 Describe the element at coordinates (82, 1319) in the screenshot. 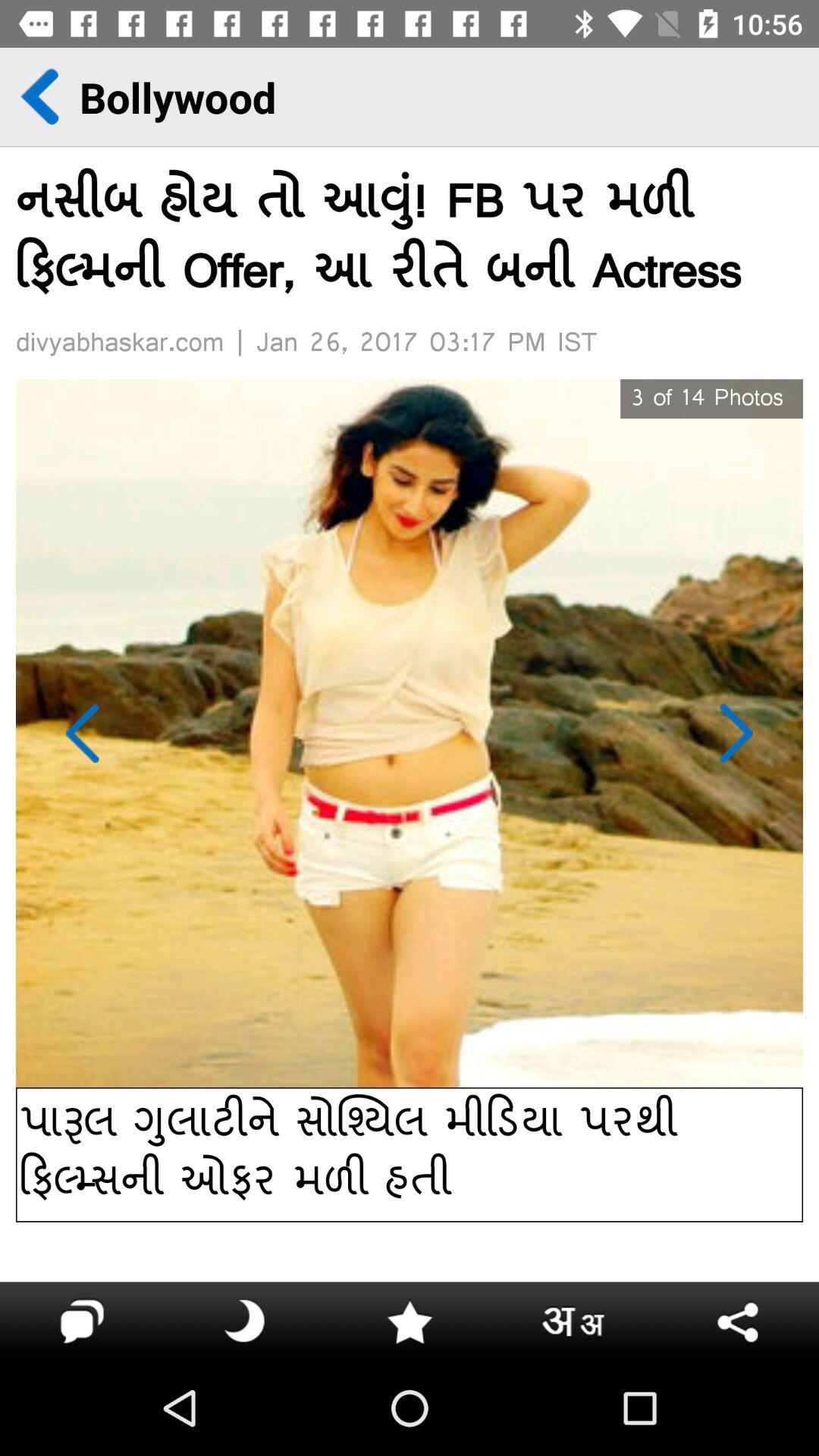

I see `the info icon` at that location.